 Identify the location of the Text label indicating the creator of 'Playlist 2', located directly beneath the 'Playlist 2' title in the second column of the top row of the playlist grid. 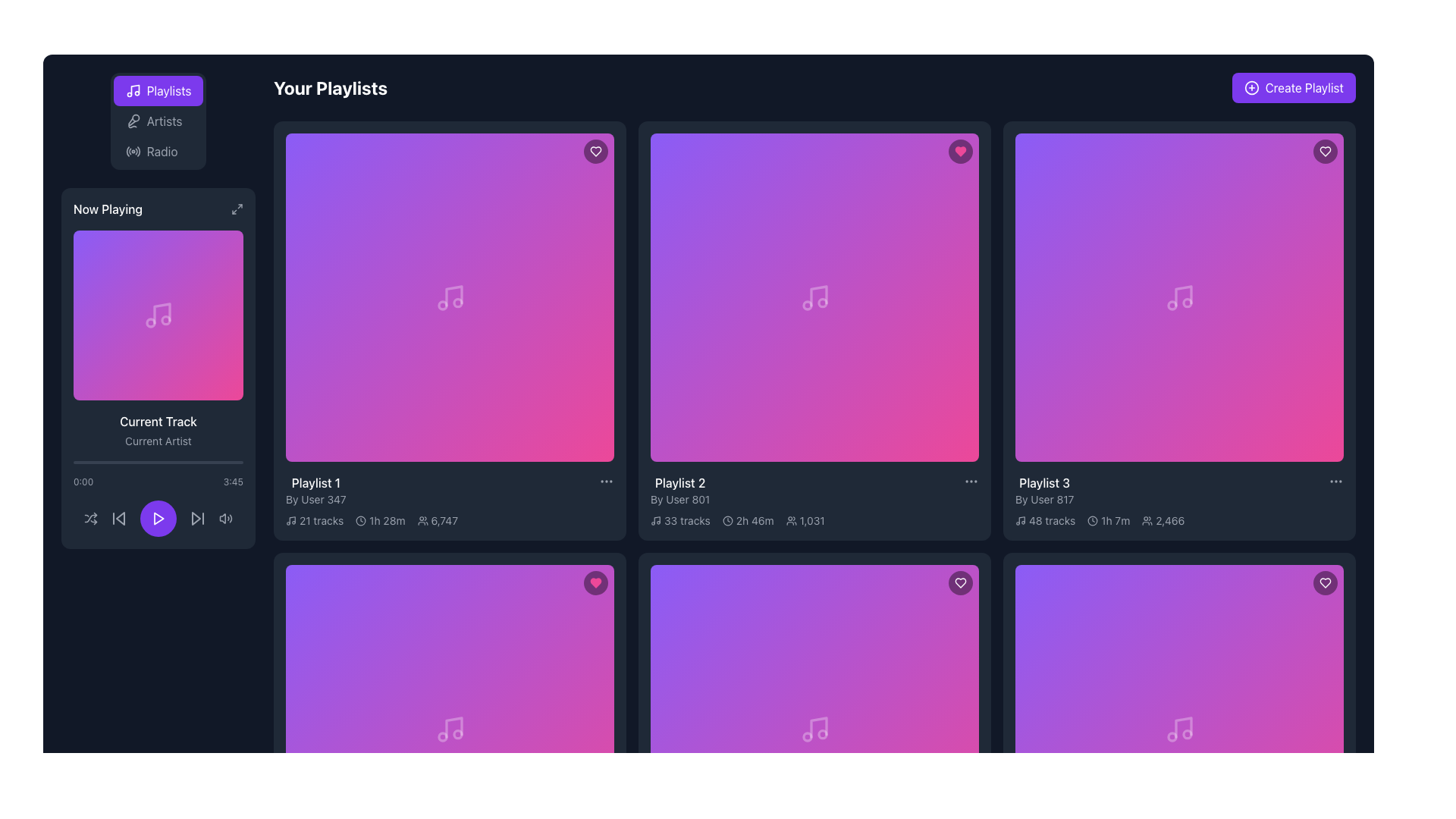
(679, 500).